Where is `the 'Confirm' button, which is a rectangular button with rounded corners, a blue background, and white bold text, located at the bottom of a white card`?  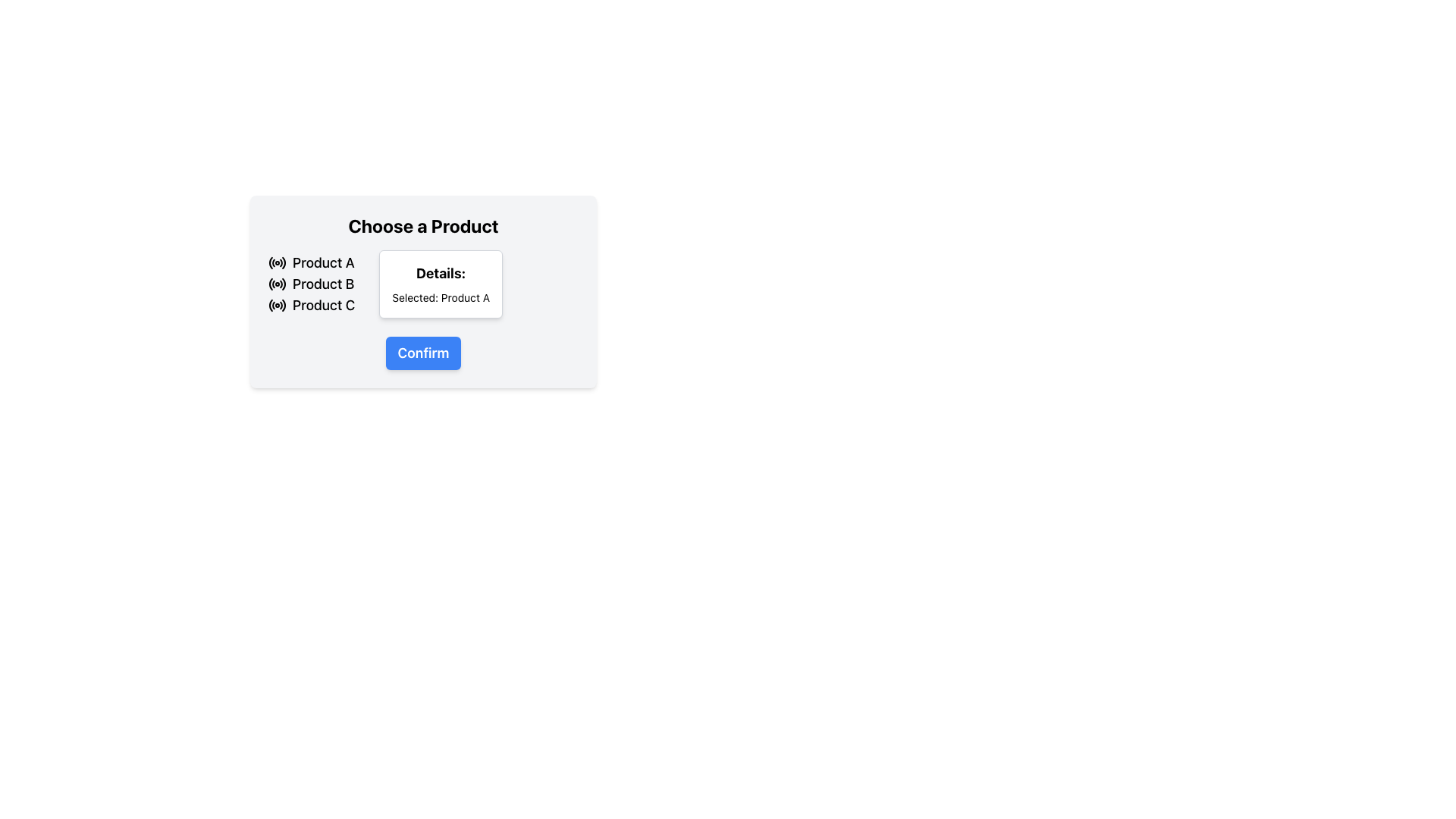 the 'Confirm' button, which is a rectangular button with rounded corners, a blue background, and white bold text, located at the bottom of a white card is located at coordinates (423, 353).